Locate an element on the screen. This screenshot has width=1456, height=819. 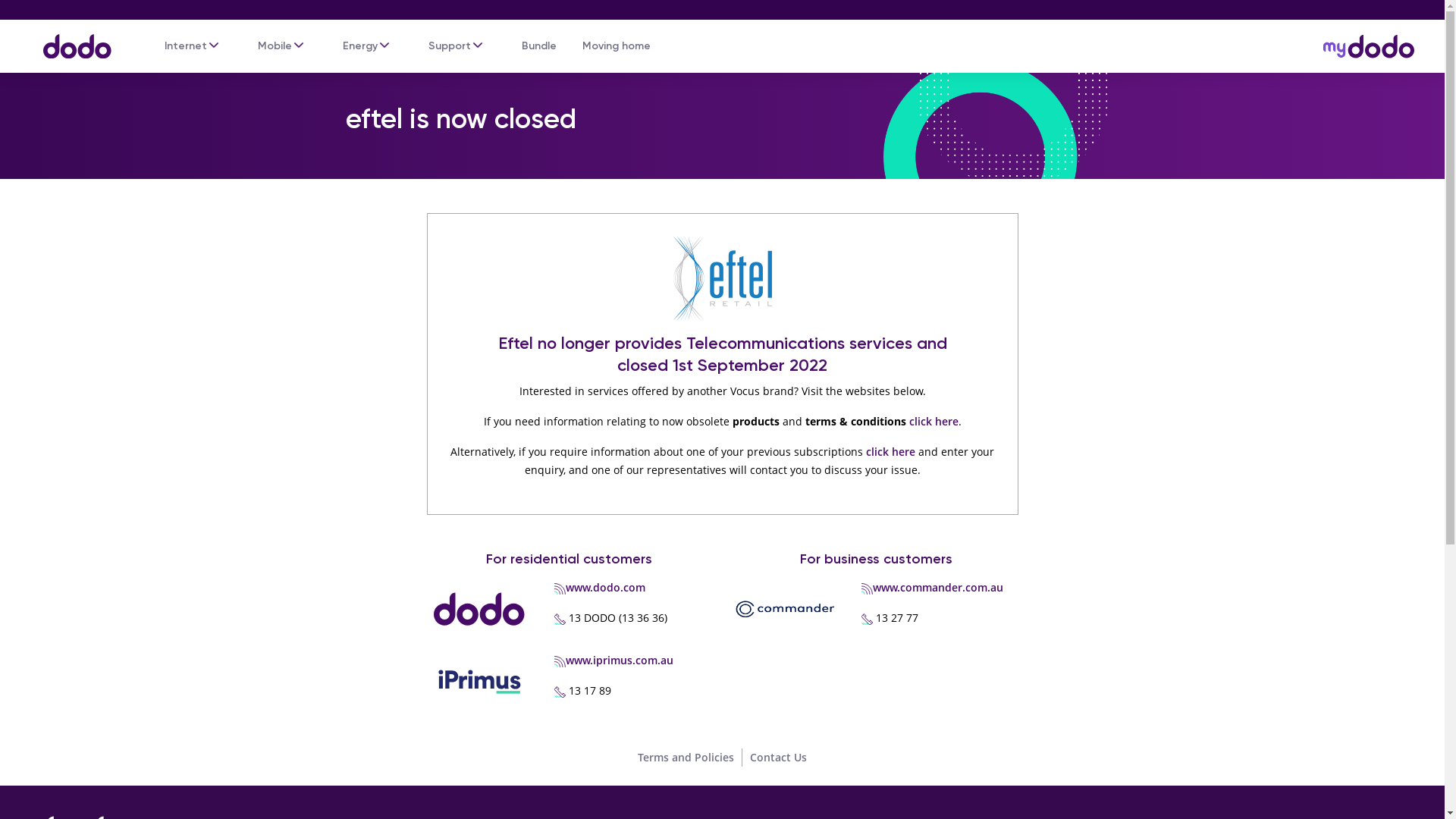
'click here' is located at coordinates (890, 450).